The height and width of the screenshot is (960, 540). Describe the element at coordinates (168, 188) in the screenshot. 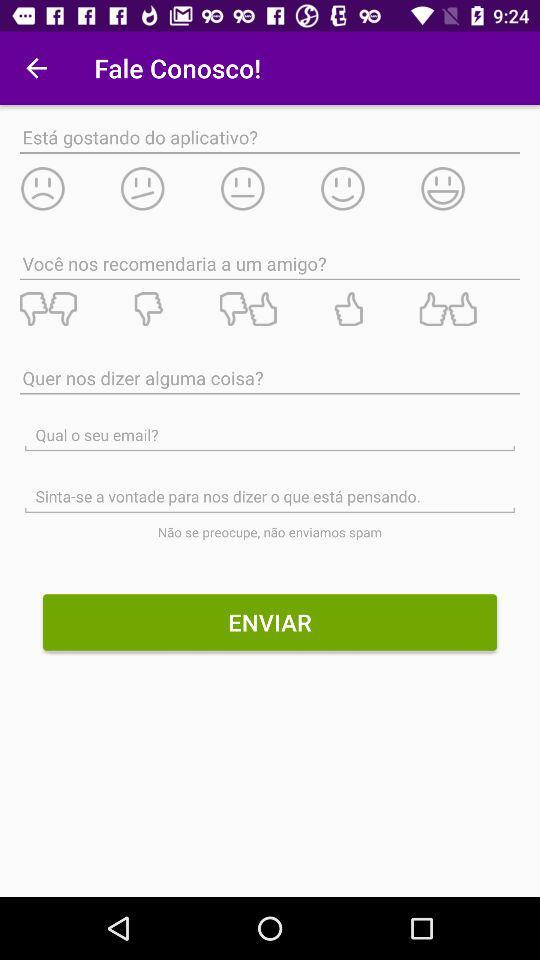

I see `rate the app` at that location.